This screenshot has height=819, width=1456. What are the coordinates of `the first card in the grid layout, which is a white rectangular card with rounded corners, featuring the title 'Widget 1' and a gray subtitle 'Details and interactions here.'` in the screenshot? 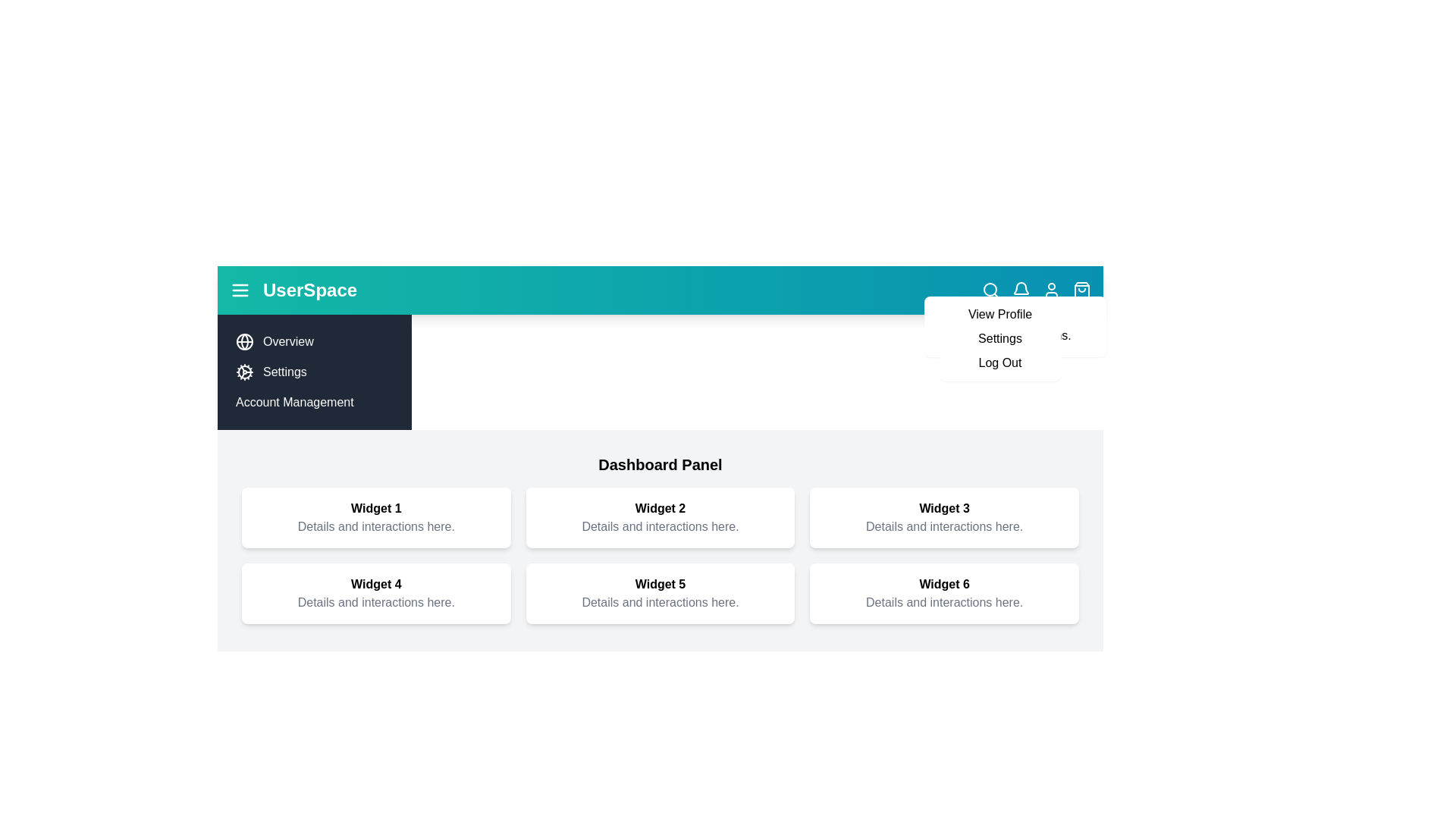 It's located at (376, 516).